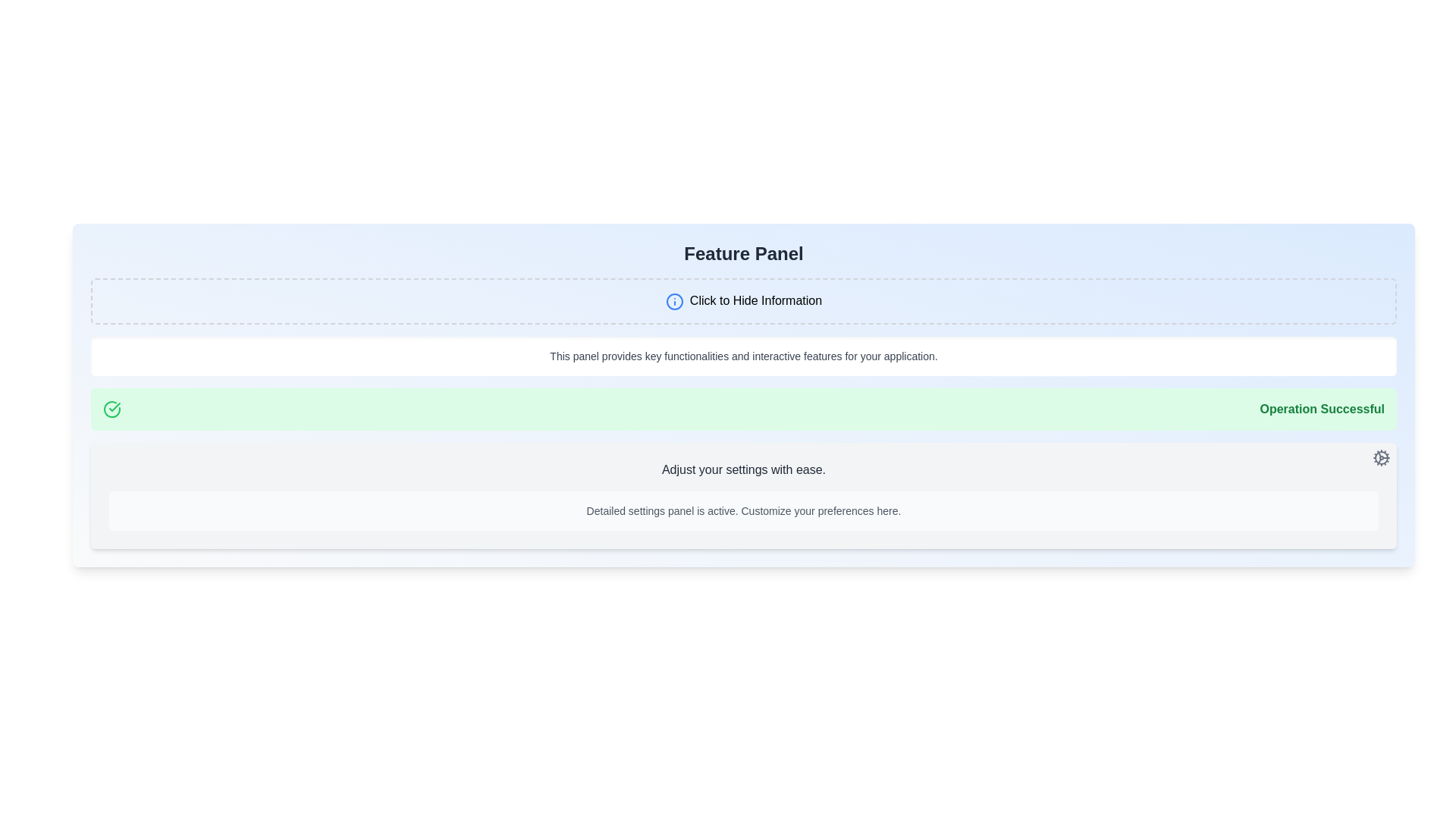 This screenshot has width=1456, height=819. Describe the element at coordinates (743, 356) in the screenshot. I see `the informative panel with rounded corners and a white background that contains the message: 'This panel provides key functionalities and interactive features for your application.'` at that location.